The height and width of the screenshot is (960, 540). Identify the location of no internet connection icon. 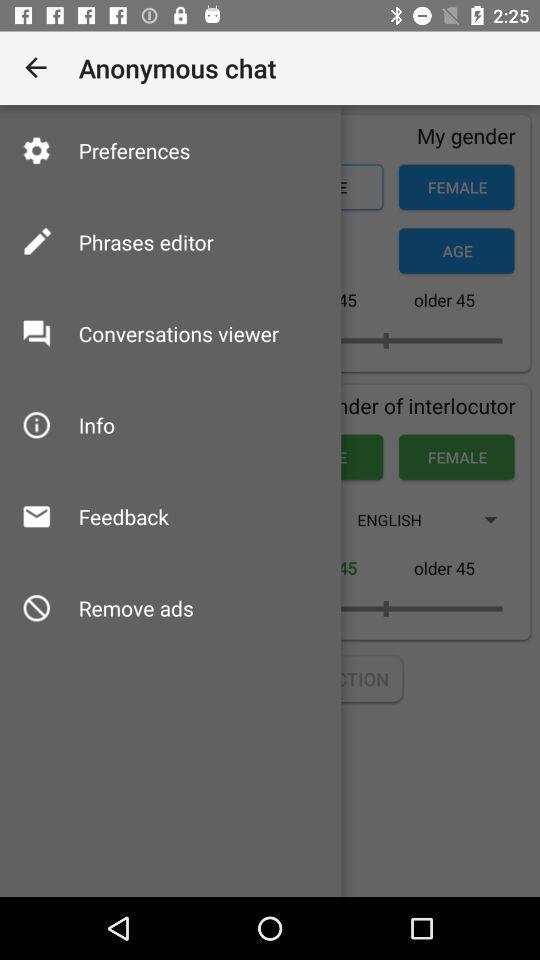
(270, 679).